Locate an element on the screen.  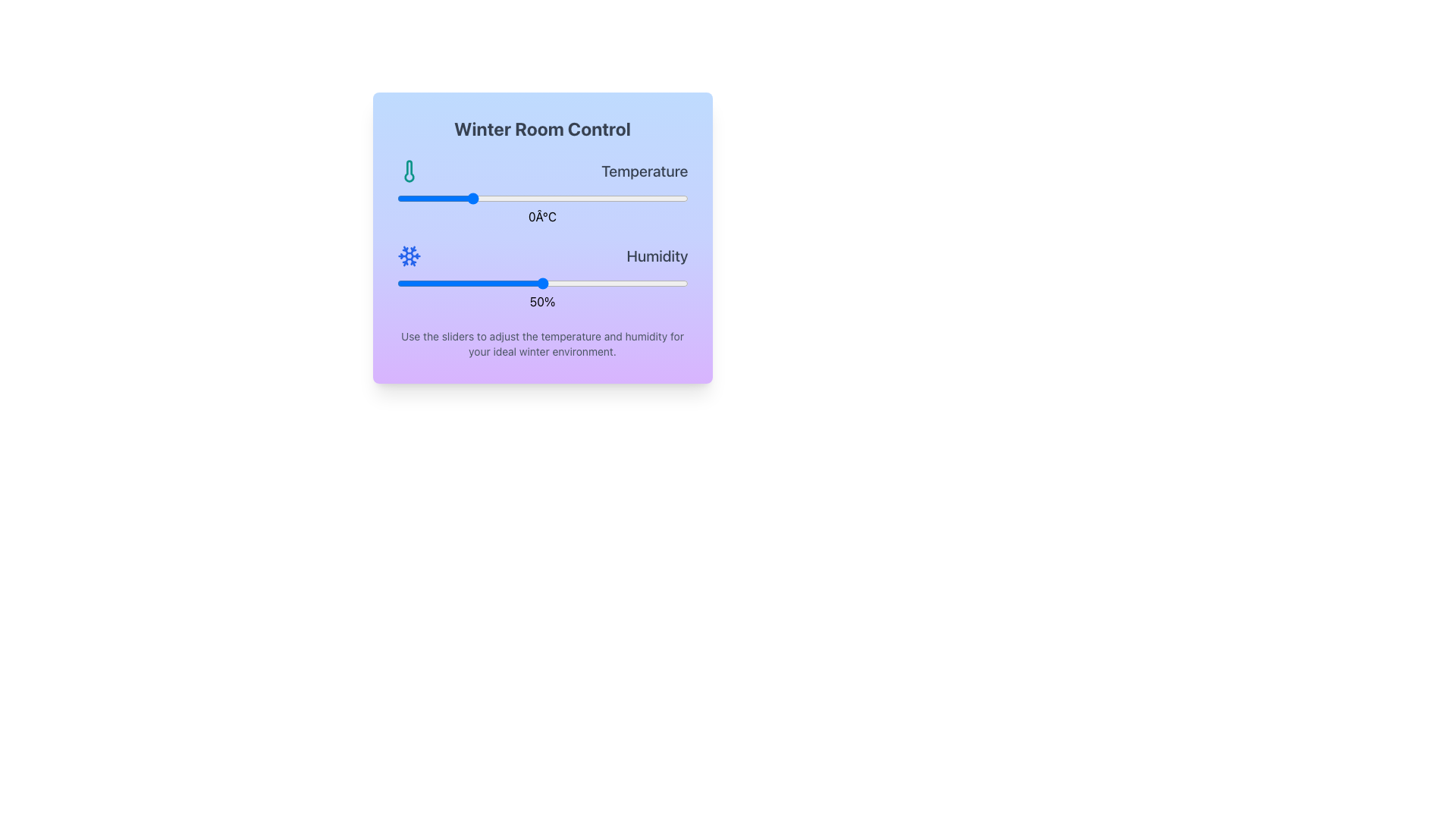
humidity level is located at coordinates (545, 284).